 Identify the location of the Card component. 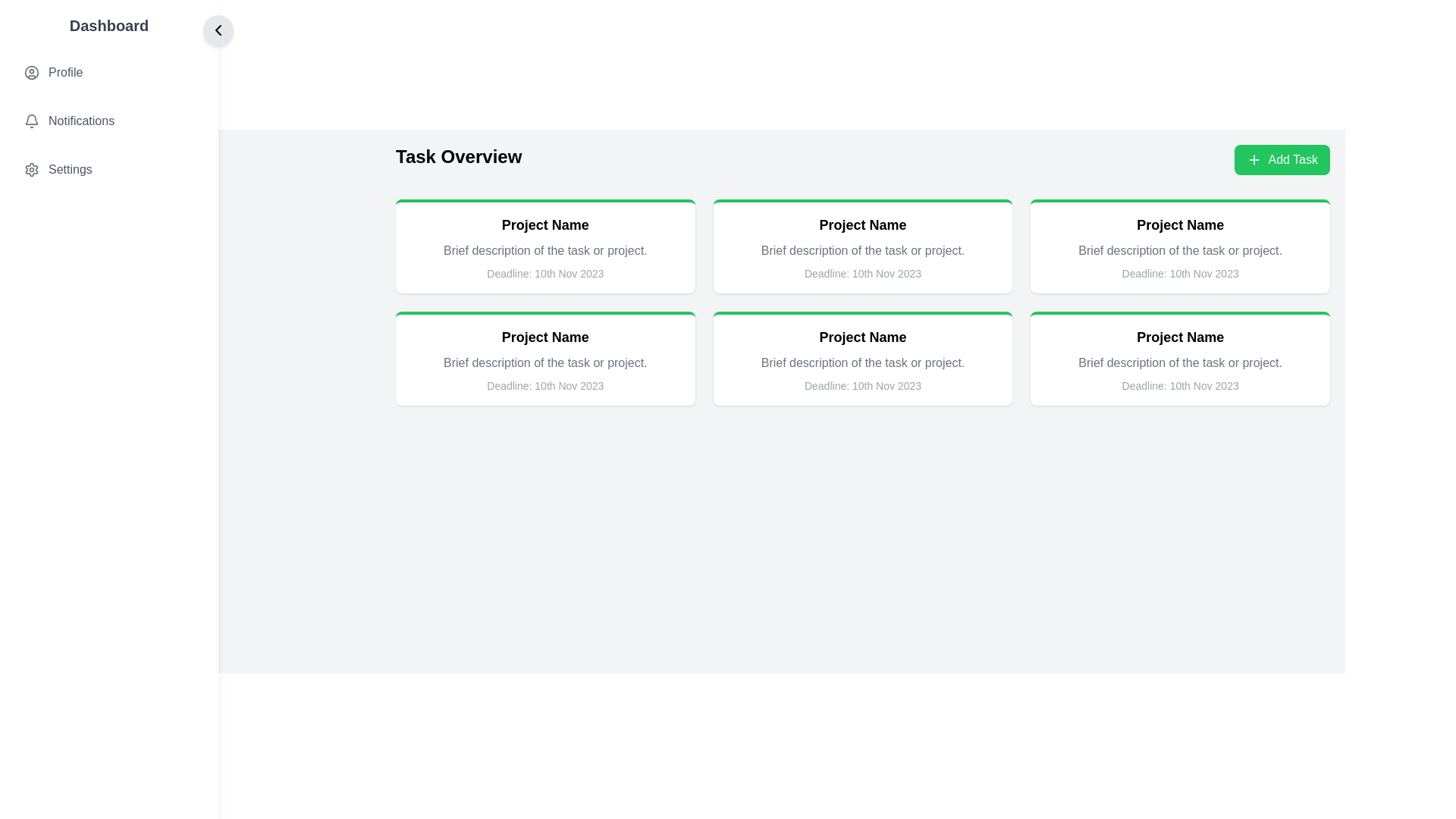
(545, 245).